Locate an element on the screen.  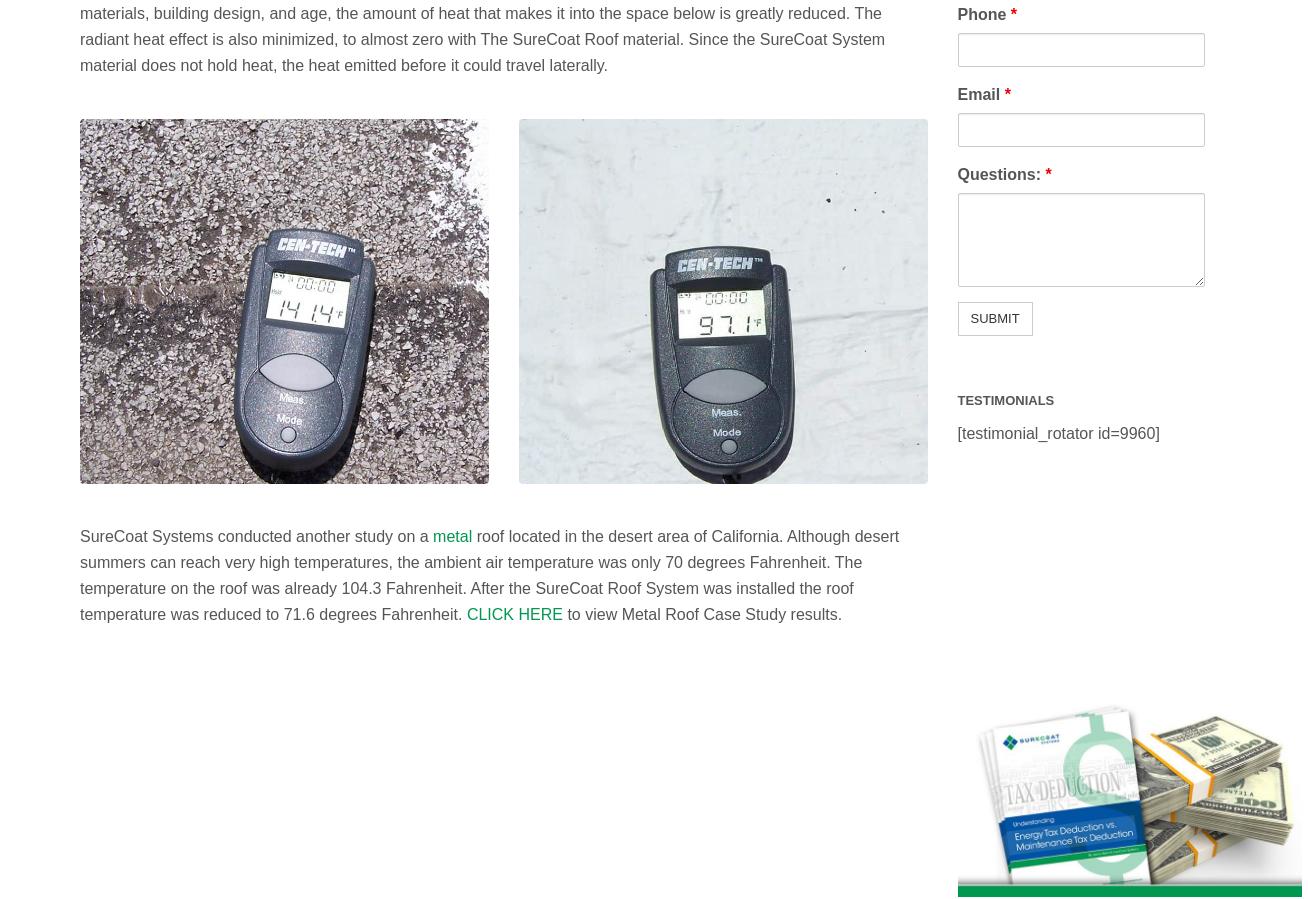
'roof located in the desert area of California. Although desert summers can reach very high temperatures, the ambient air temperature was only 70 degrees Fahrenheit. The temperature on the roof was already 104.3 Fahrenheit. After the SureCoat Roof System was installed the roof temperature was reduced to 71.6 degrees Fahrenheit.' is located at coordinates (488, 574).